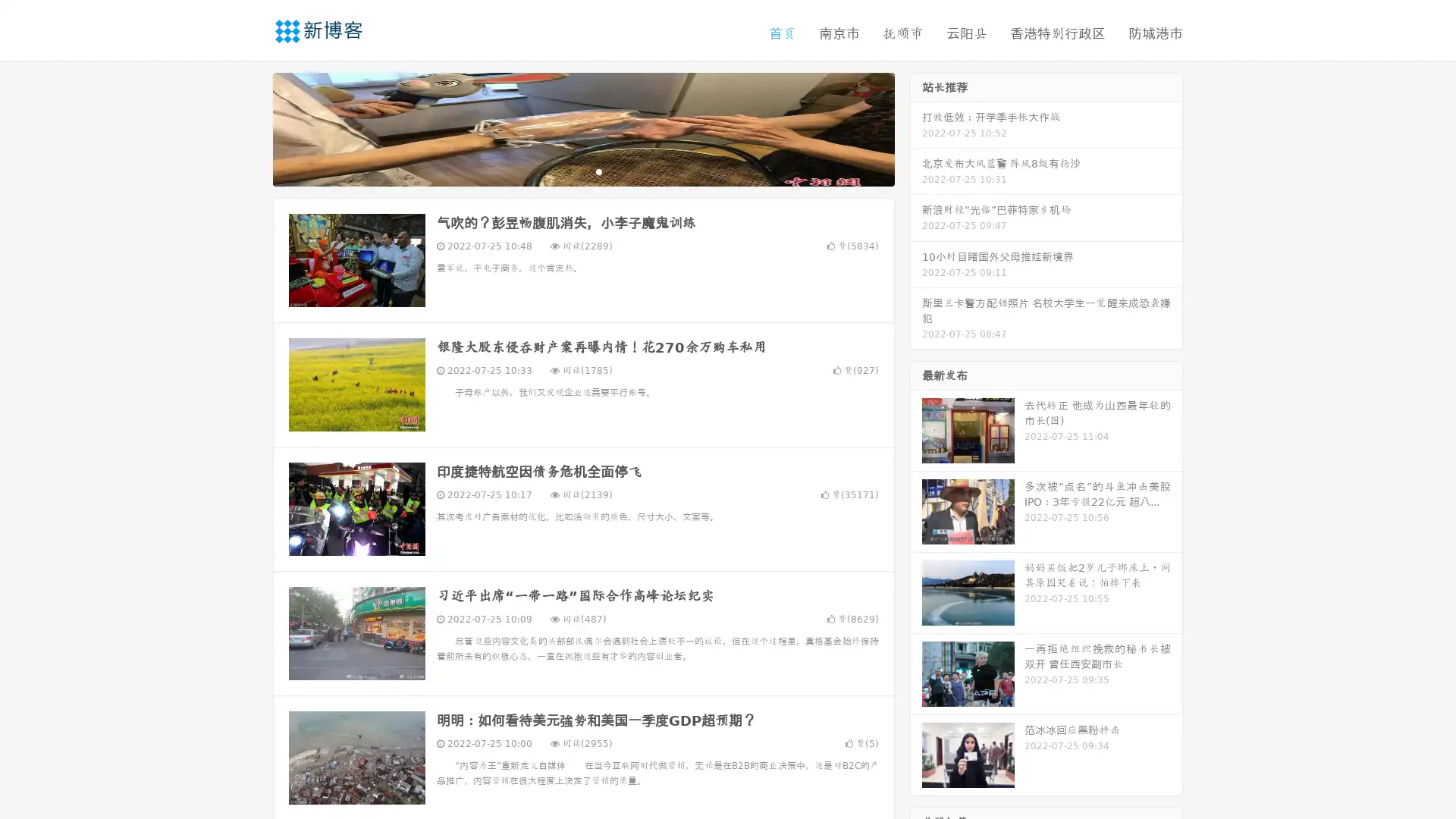 The width and height of the screenshot is (1456, 819). I want to click on Go to slide 1, so click(567, 171).